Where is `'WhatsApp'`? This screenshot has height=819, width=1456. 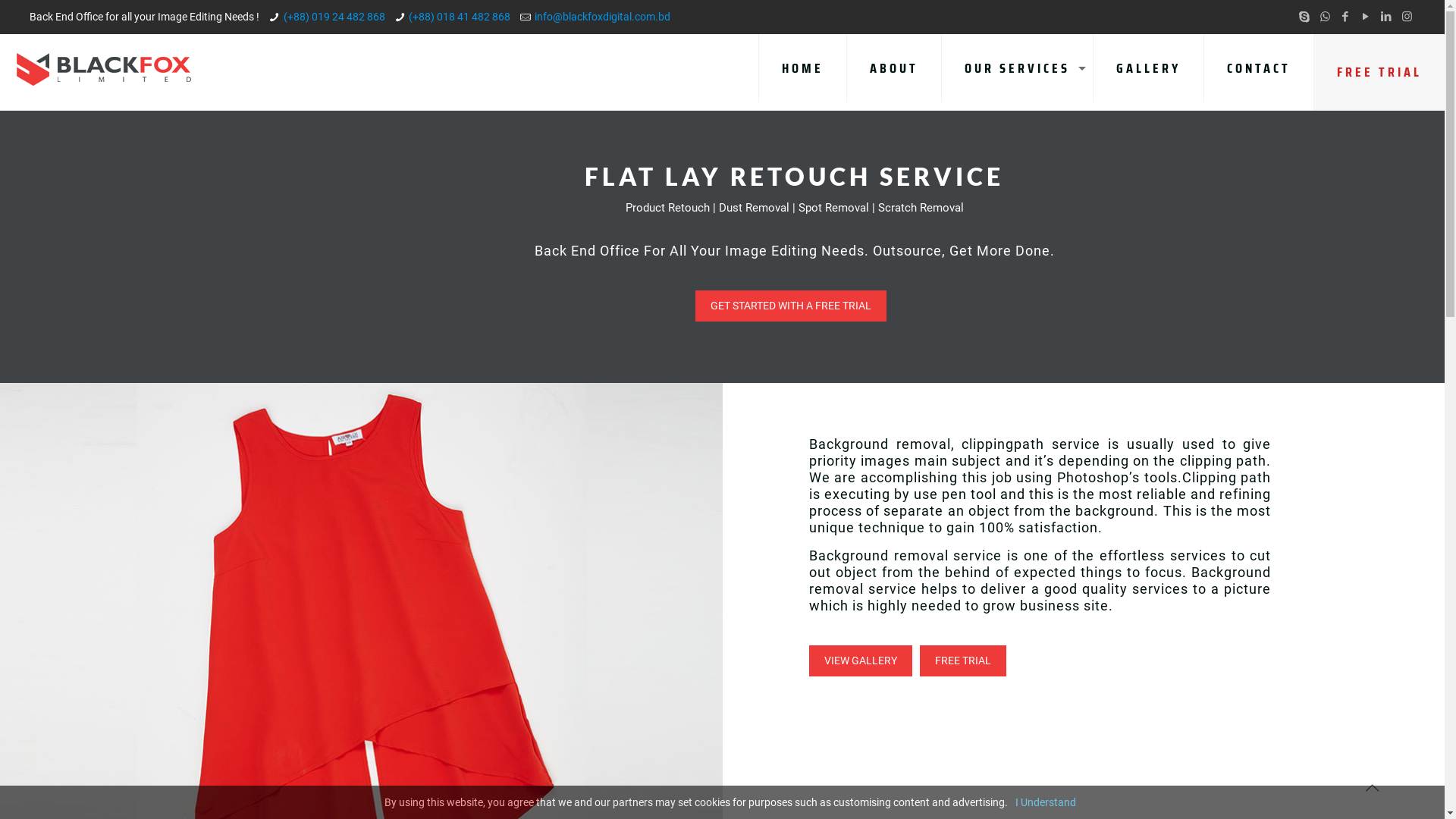 'WhatsApp' is located at coordinates (1324, 17).